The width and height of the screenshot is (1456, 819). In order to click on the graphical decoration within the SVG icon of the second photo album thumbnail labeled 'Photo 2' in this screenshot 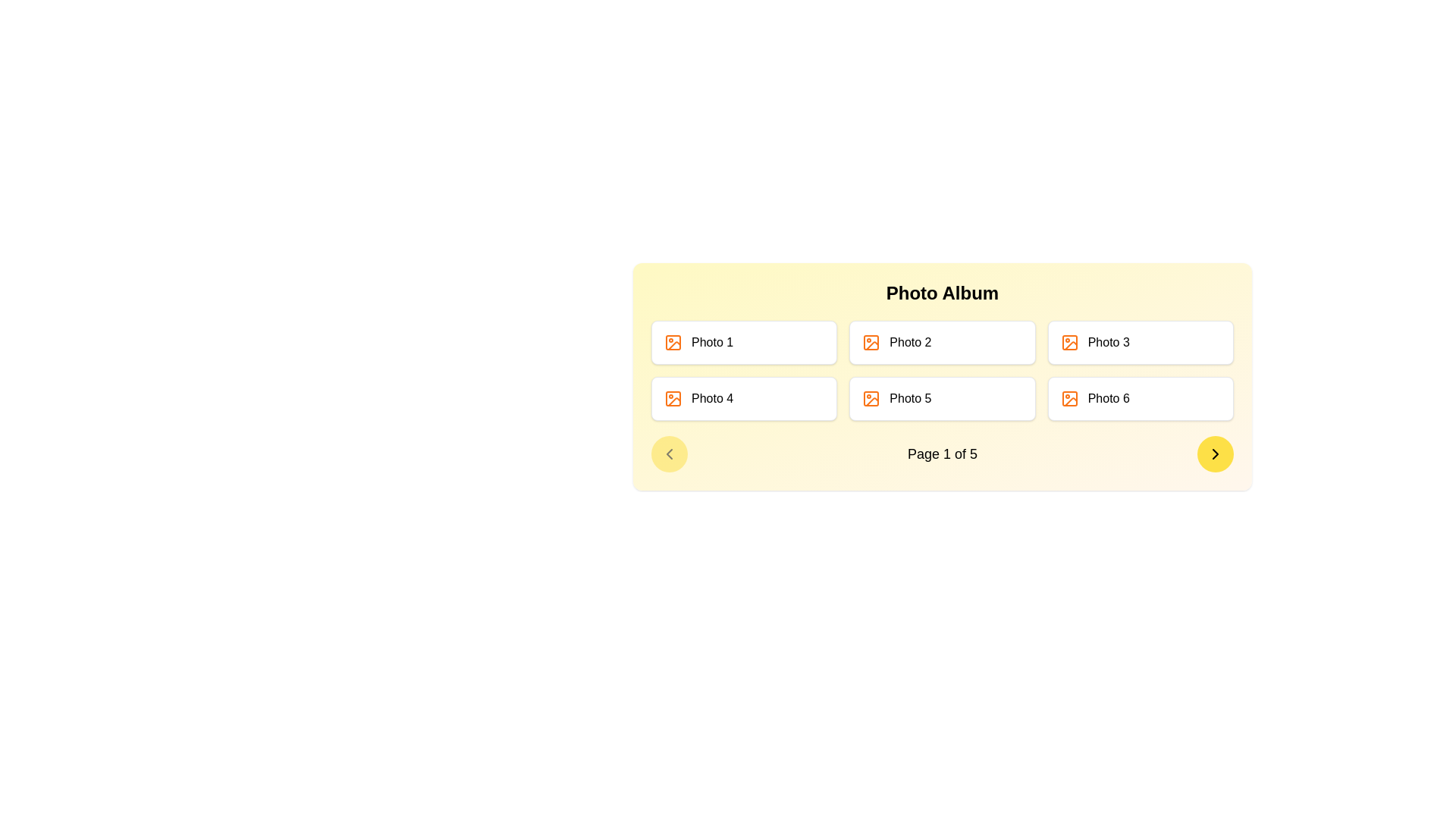, I will do `click(872, 346)`.